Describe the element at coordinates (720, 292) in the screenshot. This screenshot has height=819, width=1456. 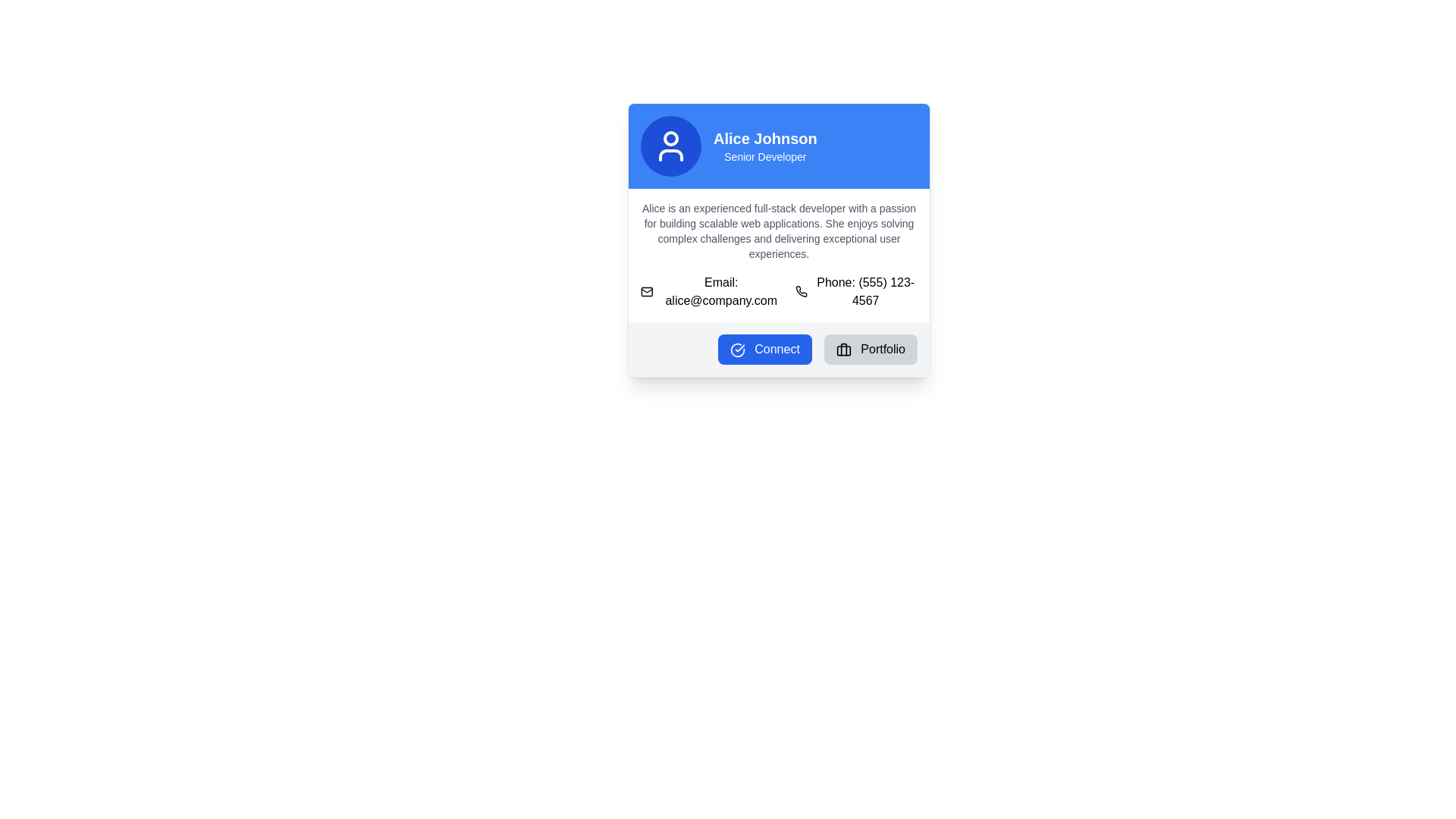
I see `the text element displaying an email address labeled 'Email:', which is positioned to the right of an email icon within a horizontally aligned section` at that location.